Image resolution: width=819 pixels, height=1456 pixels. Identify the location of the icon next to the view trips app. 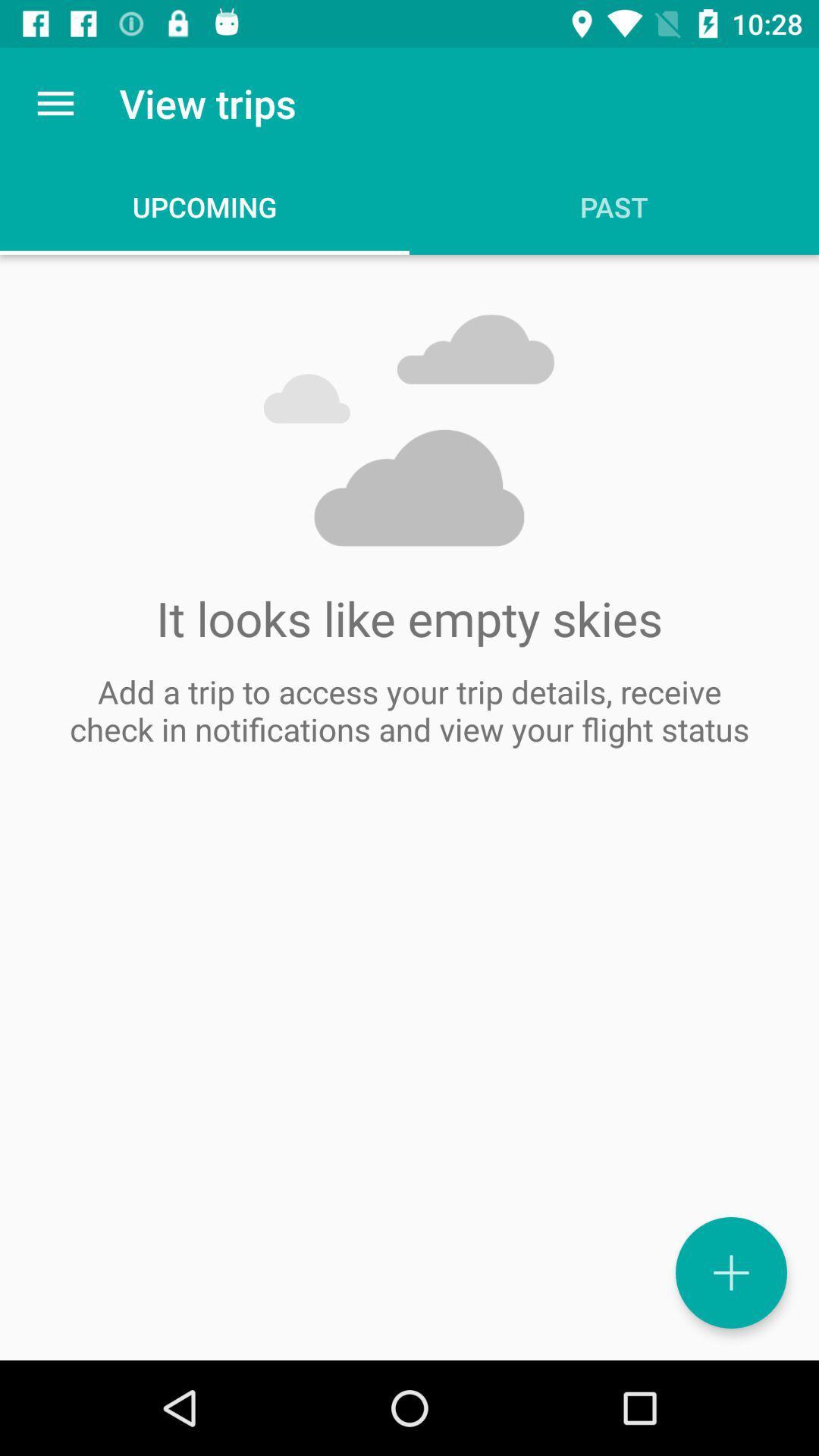
(55, 102).